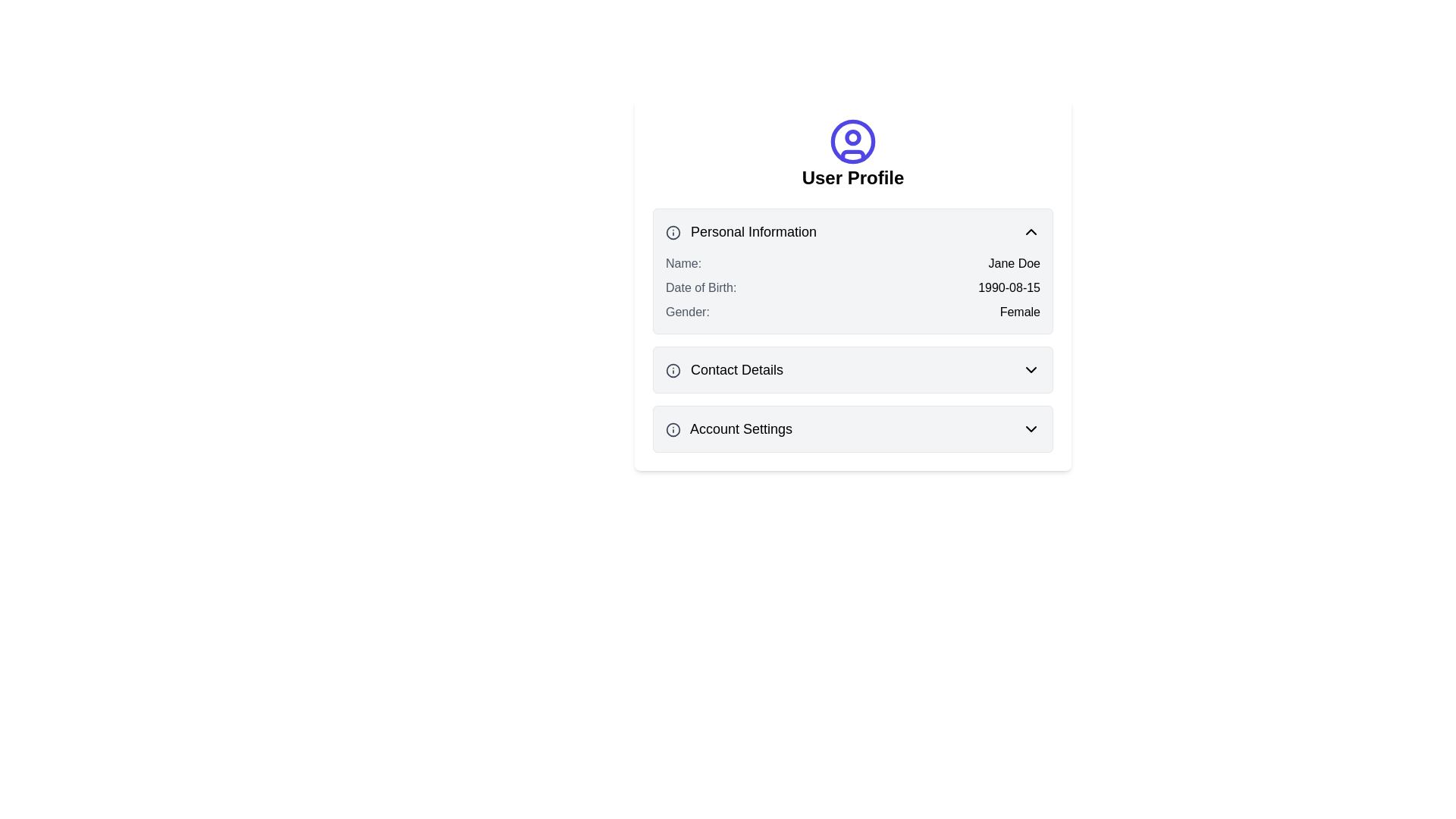 The height and width of the screenshot is (819, 1456). What do you see at coordinates (686, 312) in the screenshot?
I see `the 'Gender:' text label in the 'Personal Information' section, which is a medium-sized gray label aligned to the left, located below the 'Date of Birth' label and to the left of the value 'Female'` at bounding box center [686, 312].